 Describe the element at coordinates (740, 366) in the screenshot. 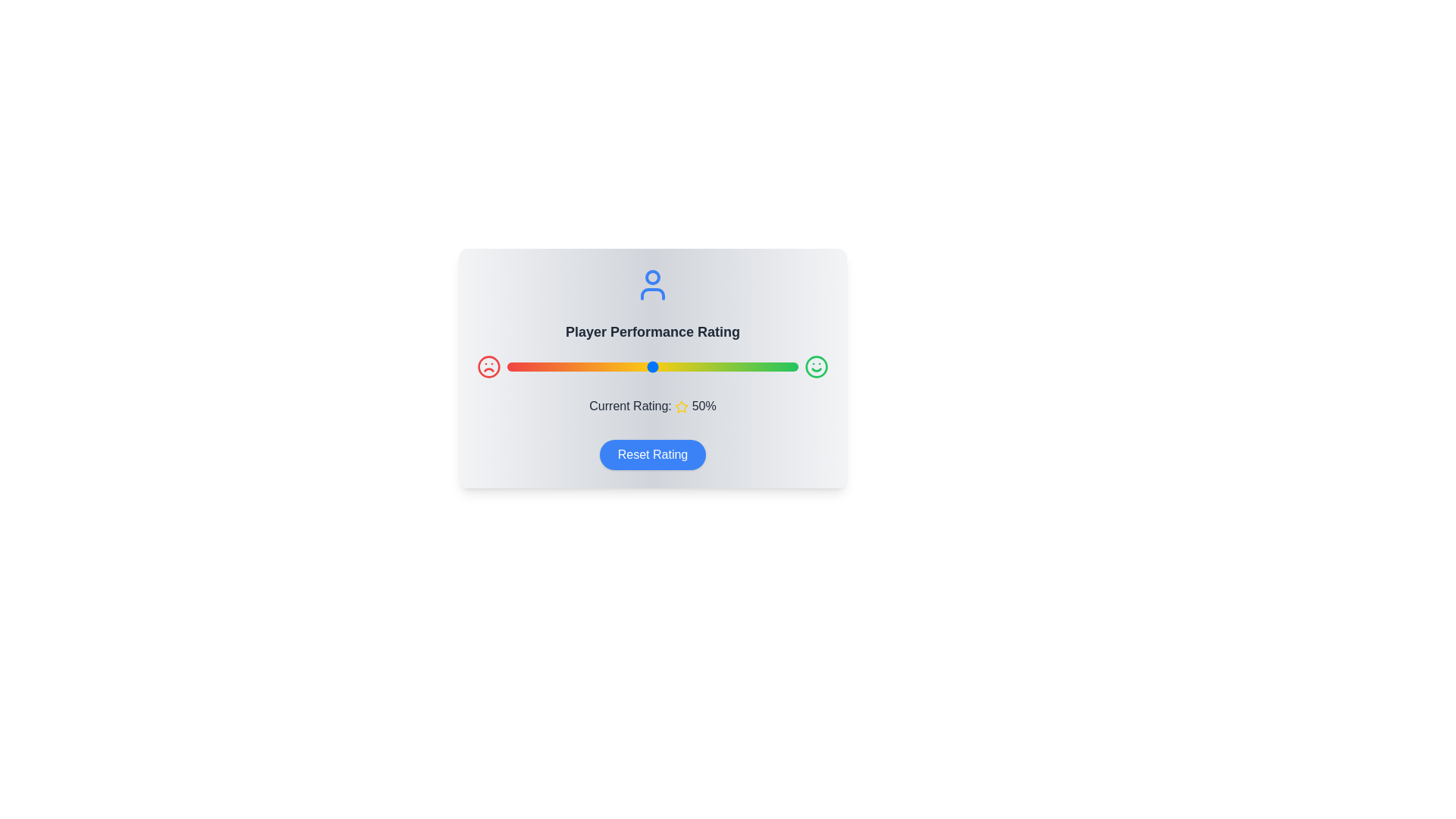

I see `the slider to set the rating to 80%` at that location.